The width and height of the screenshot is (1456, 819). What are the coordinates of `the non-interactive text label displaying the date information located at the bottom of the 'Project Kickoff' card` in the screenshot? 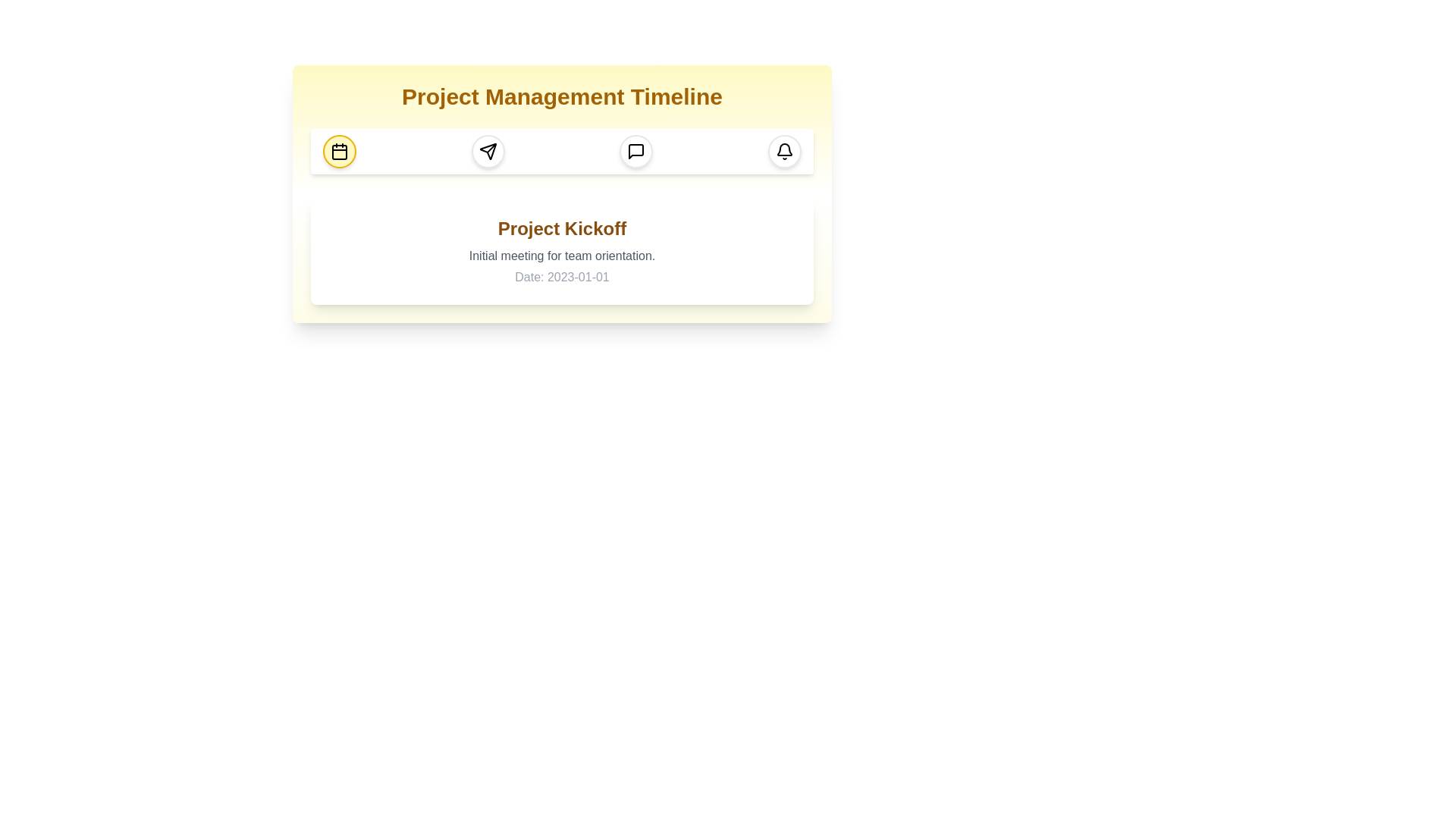 It's located at (561, 278).